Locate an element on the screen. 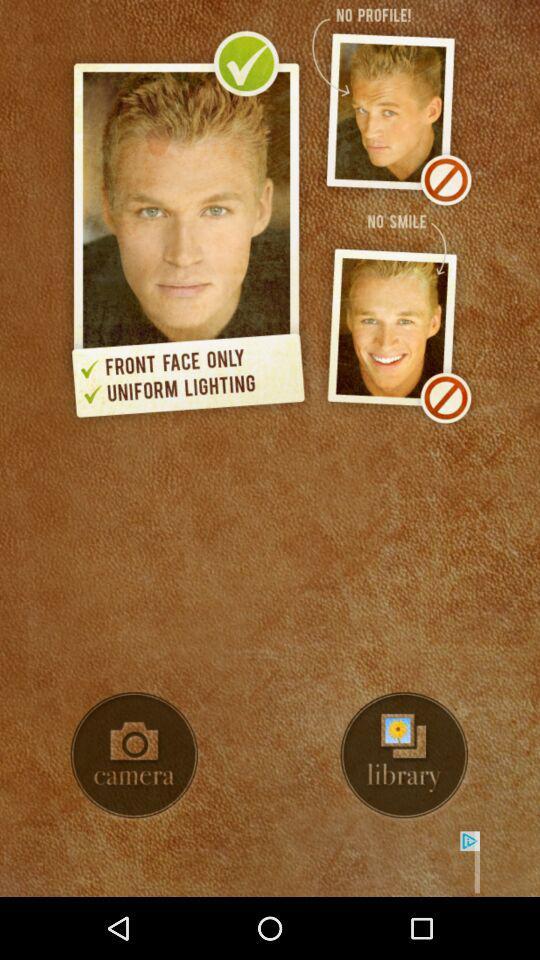 Image resolution: width=540 pixels, height=960 pixels. the button at the bottom left corner is located at coordinates (135, 754).